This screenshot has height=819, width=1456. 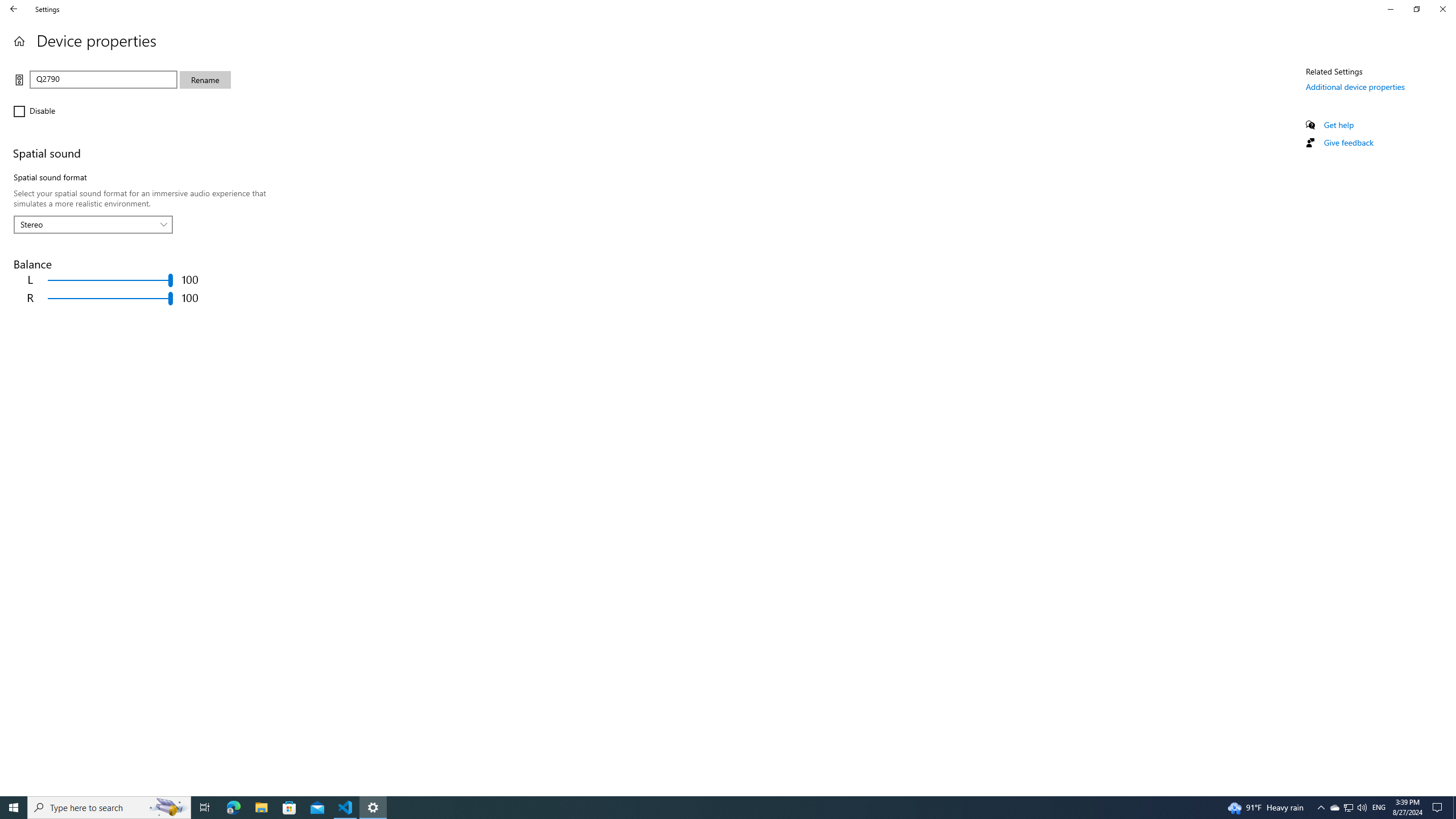 I want to click on 'Tray Input Indicator - English (United States)', so click(x=1379, y=806).